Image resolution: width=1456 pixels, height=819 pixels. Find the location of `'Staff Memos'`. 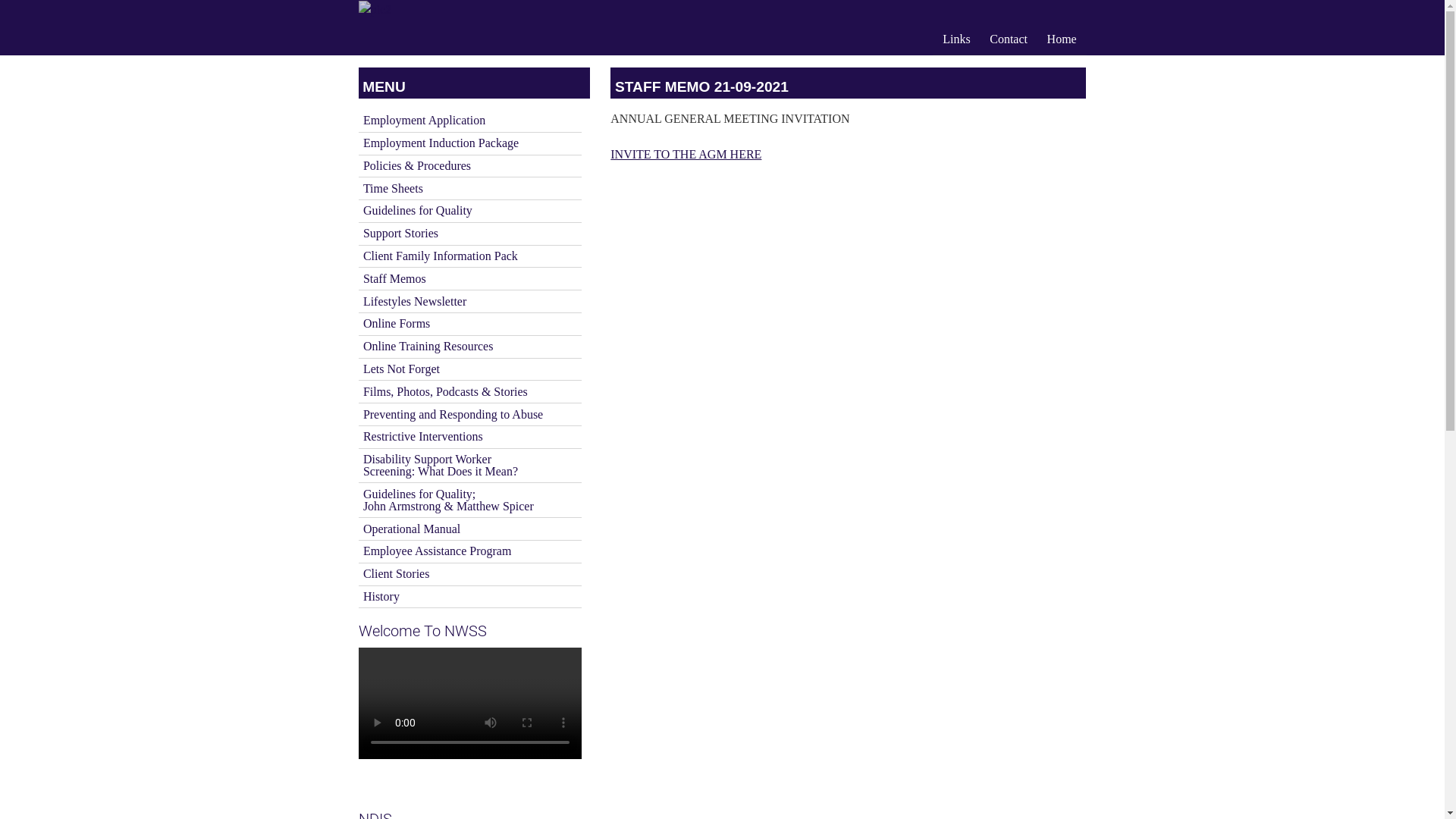

'Staff Memos' is located at coordinates (469, 278).